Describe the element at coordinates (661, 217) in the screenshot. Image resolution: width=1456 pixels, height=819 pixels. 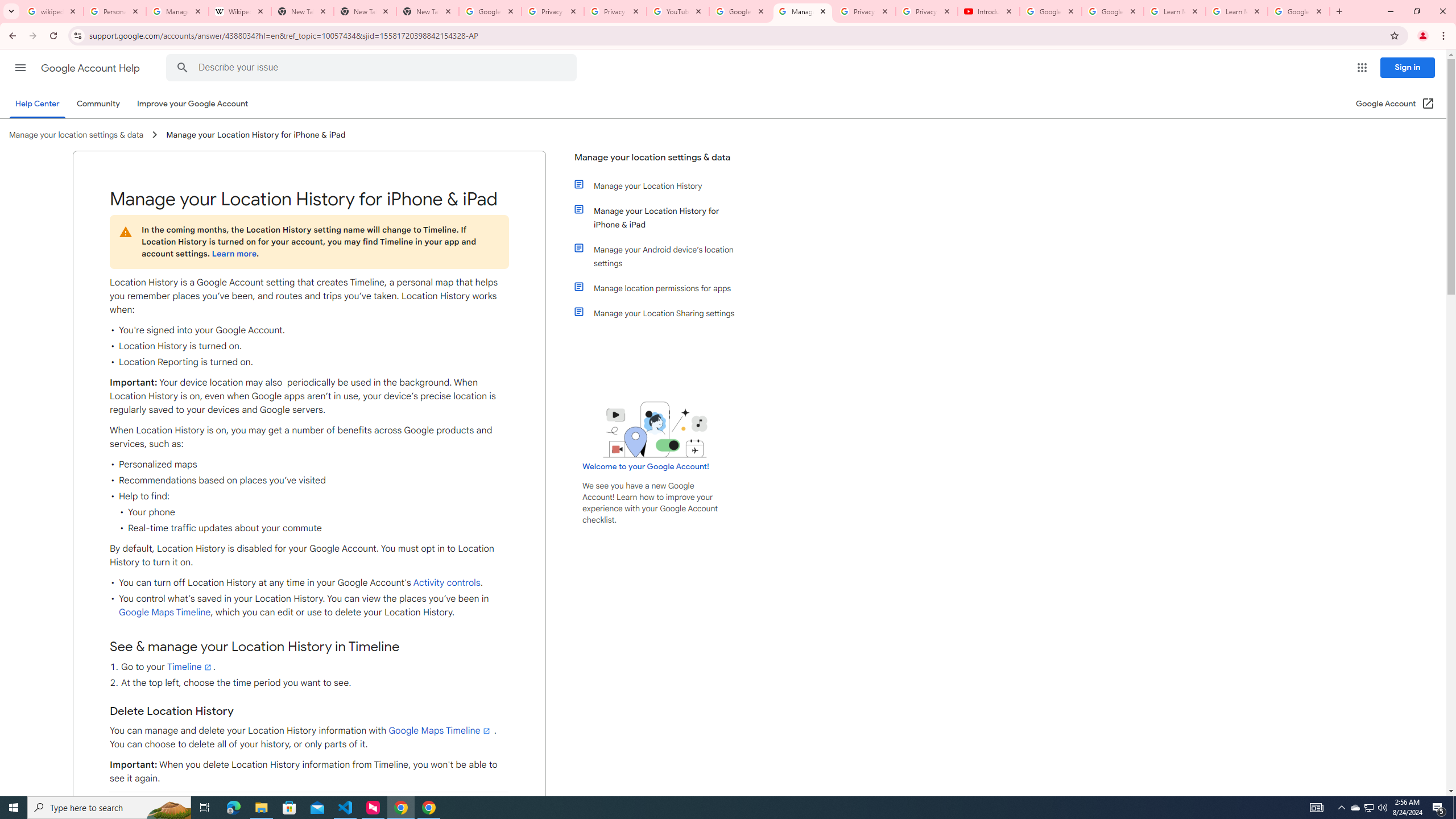
I see `'Manage your Location History for iPhone & iPad'` at that location.